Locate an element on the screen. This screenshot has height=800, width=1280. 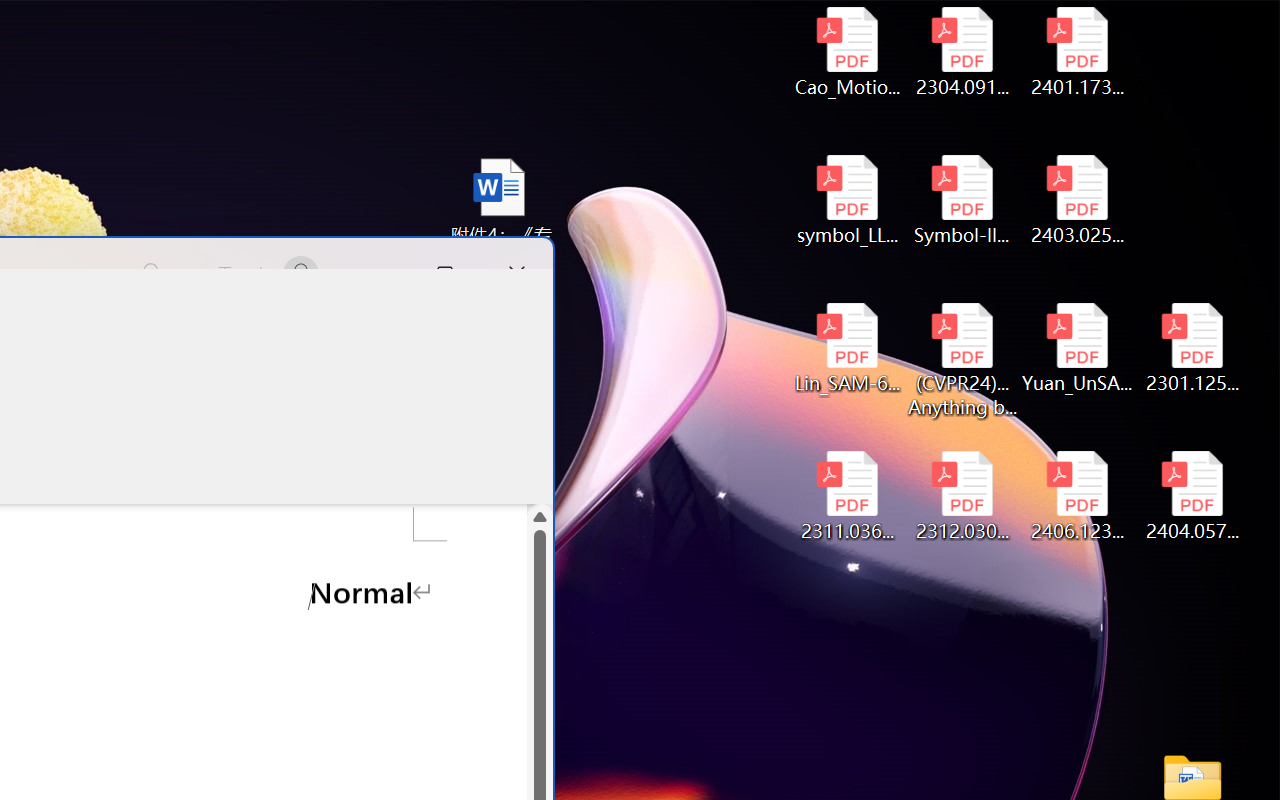
'2312.03032v2.pdf' is located at coordinates (962, 496).